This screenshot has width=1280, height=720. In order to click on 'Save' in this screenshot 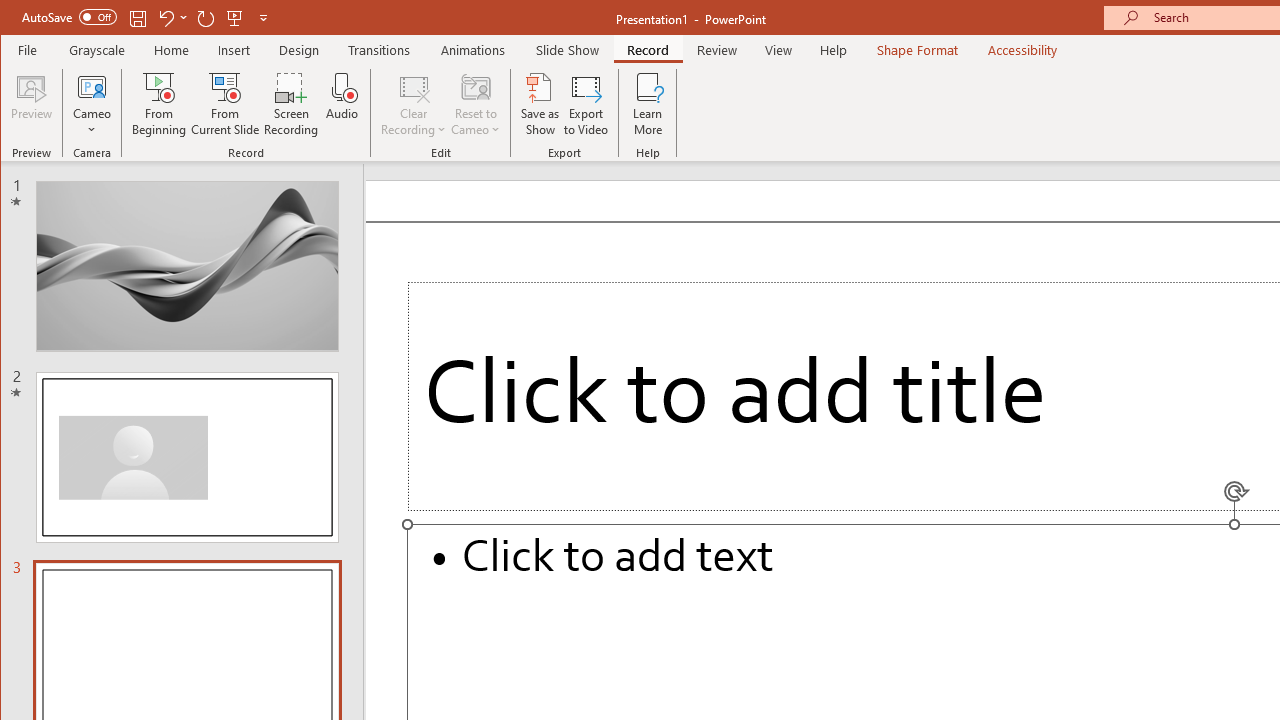, I will do `click(137, 17)`.